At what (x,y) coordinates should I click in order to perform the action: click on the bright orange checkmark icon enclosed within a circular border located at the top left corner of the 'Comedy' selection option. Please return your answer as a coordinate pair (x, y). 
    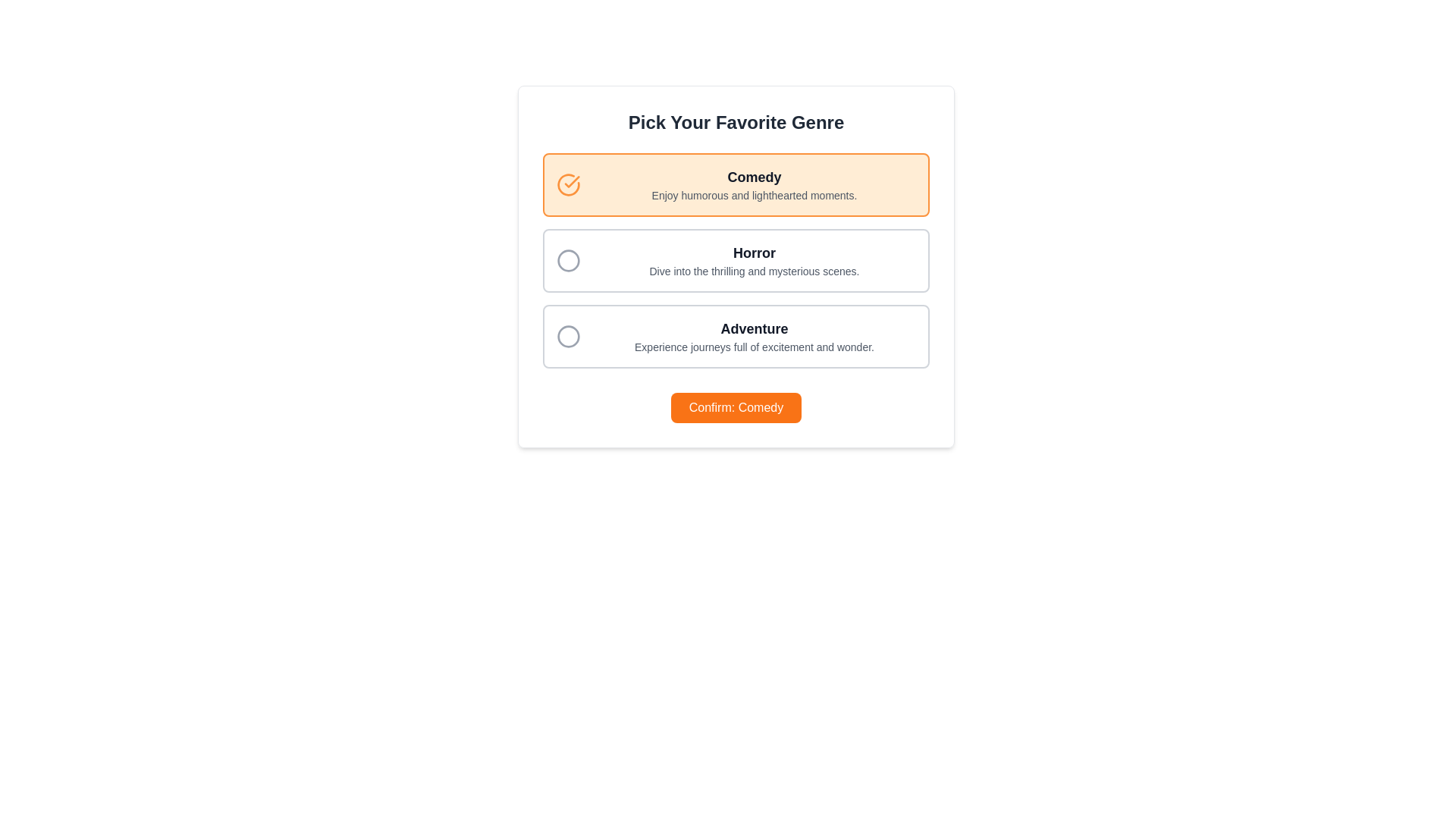
    Looking at the image, I should click on (567, 184).